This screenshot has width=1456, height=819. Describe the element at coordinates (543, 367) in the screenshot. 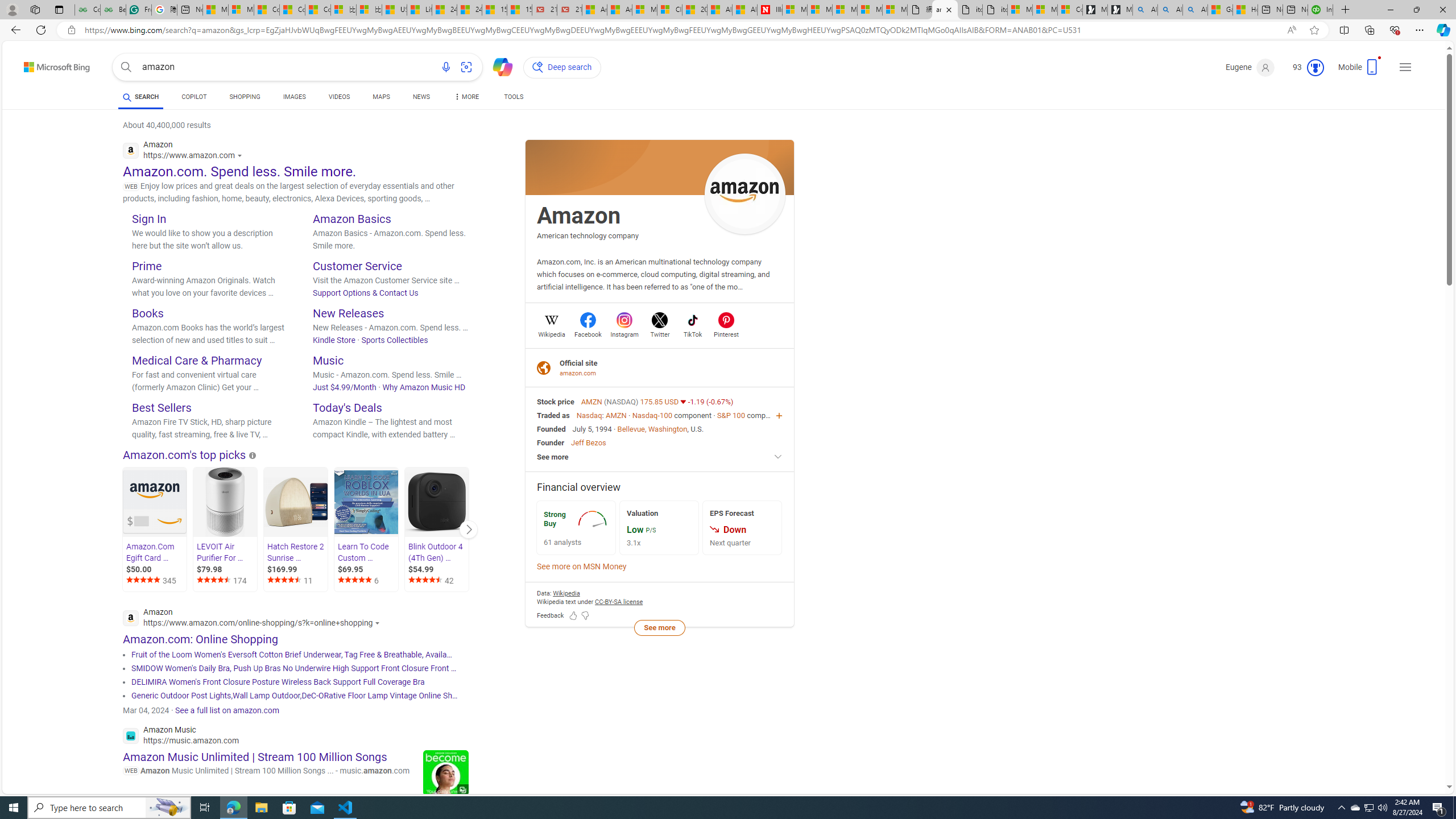

I see `'Class: sp-ofsite'` at that location.